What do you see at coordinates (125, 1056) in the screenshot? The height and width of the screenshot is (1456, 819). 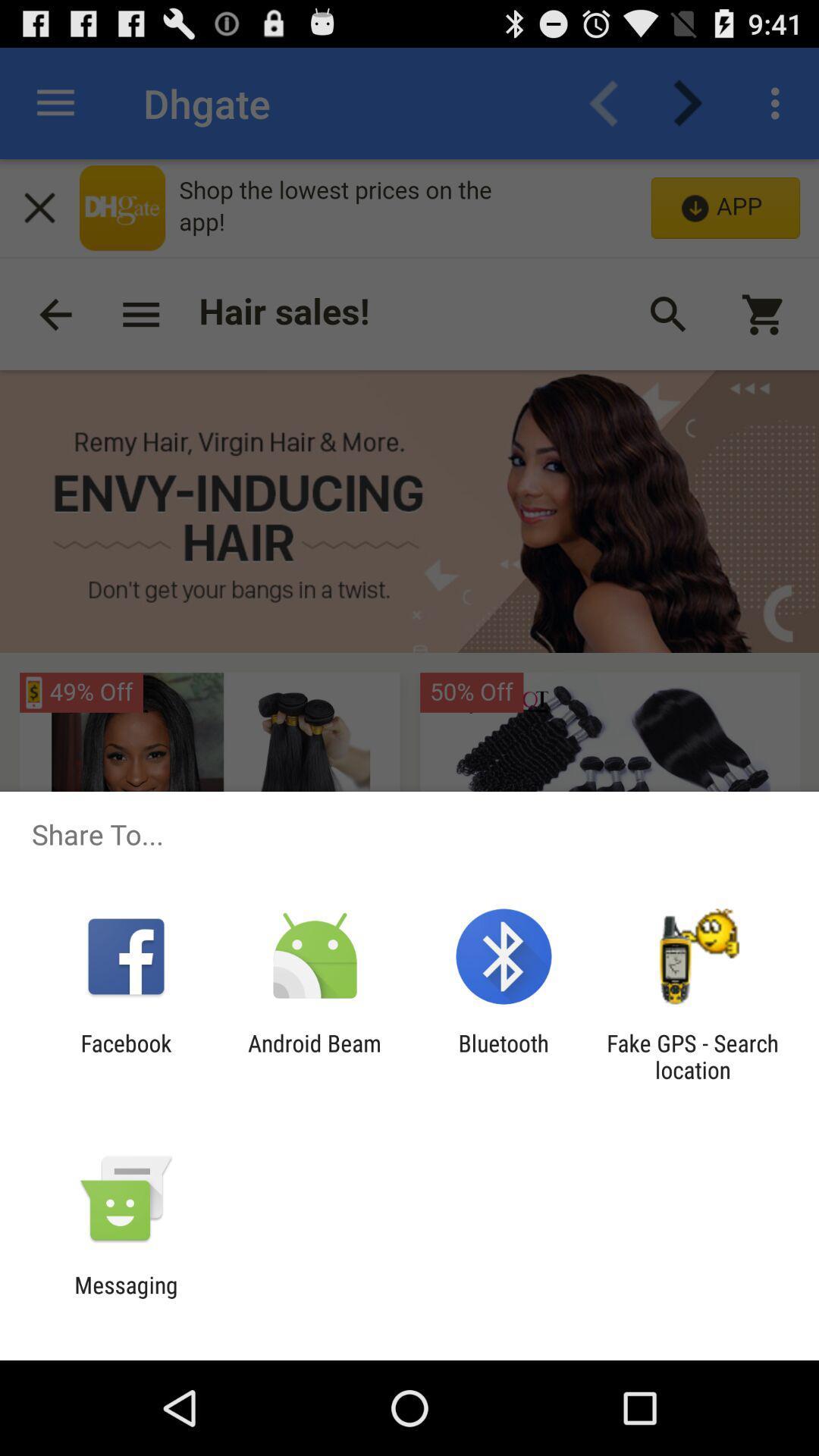 I see `the facebook icon` at bounding box center [125, 1056].